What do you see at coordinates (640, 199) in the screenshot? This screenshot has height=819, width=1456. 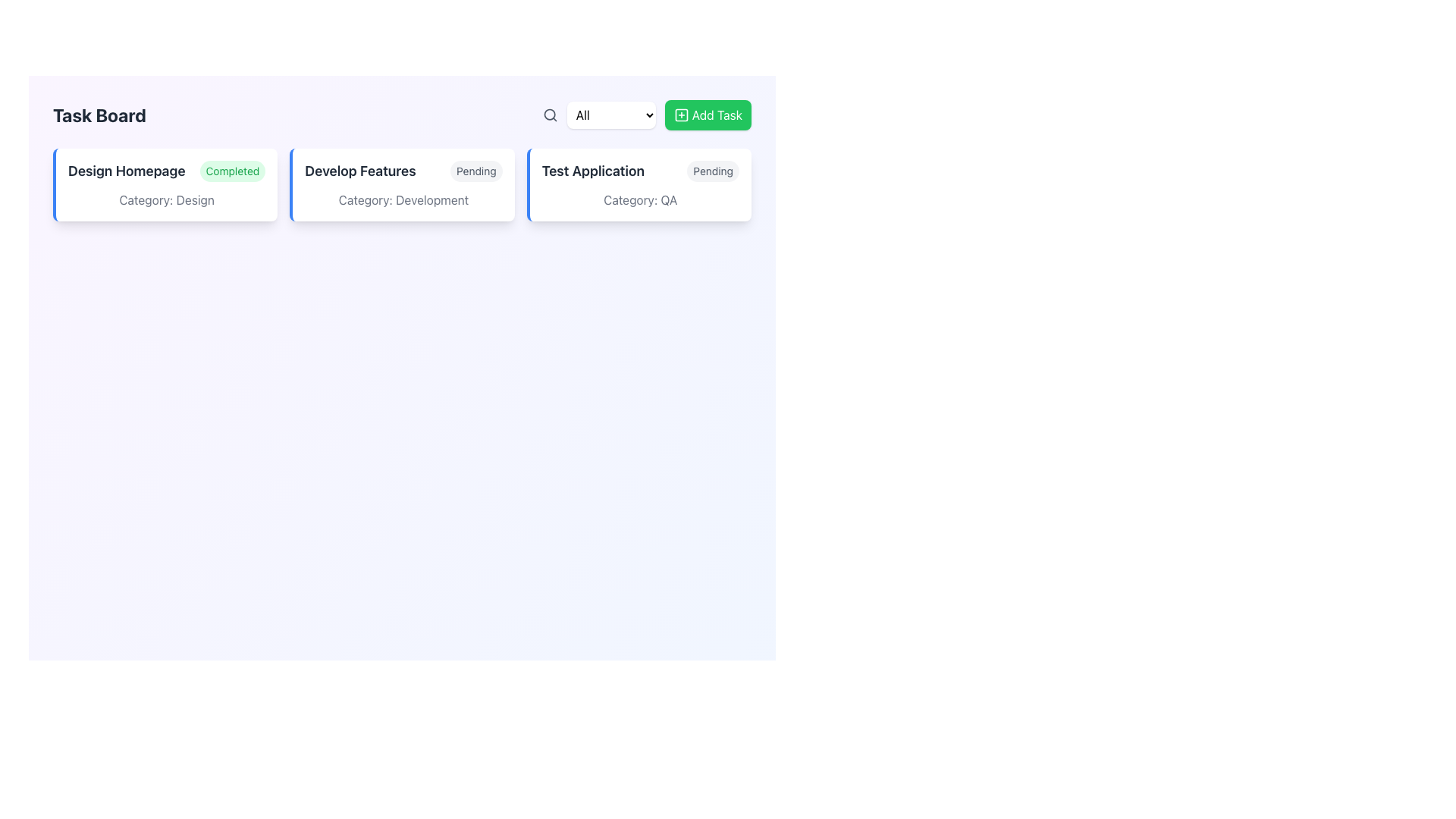 I see `text label that serves as a categorical descriptor for the QA category, located beneath the title 'Test Application' in the rightmost card` at bounding box center [640, 199].